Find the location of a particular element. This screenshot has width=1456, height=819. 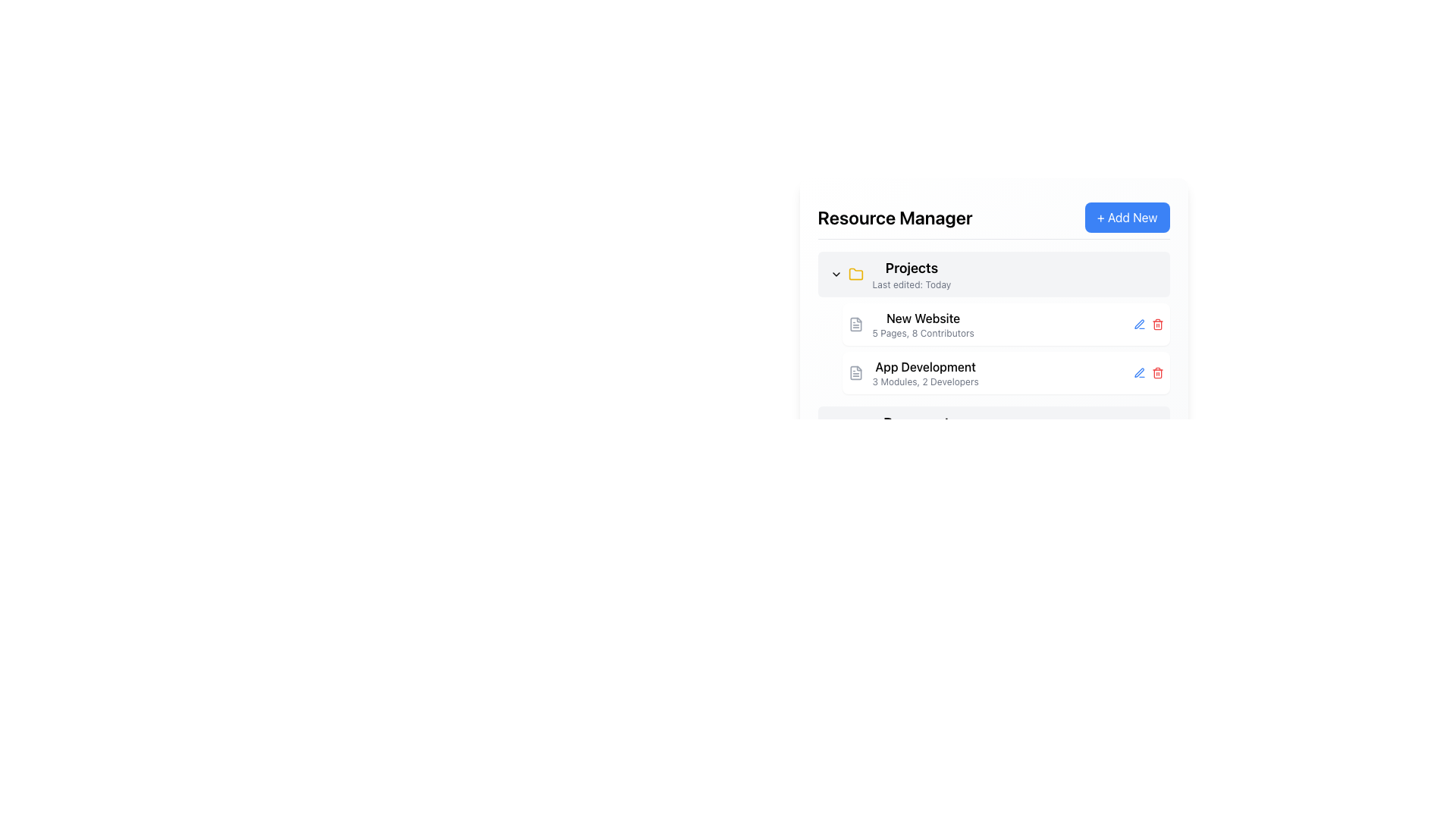

the second Text Block with Icon in the 'Resource Manager' section is located at coordinates (912, 373).